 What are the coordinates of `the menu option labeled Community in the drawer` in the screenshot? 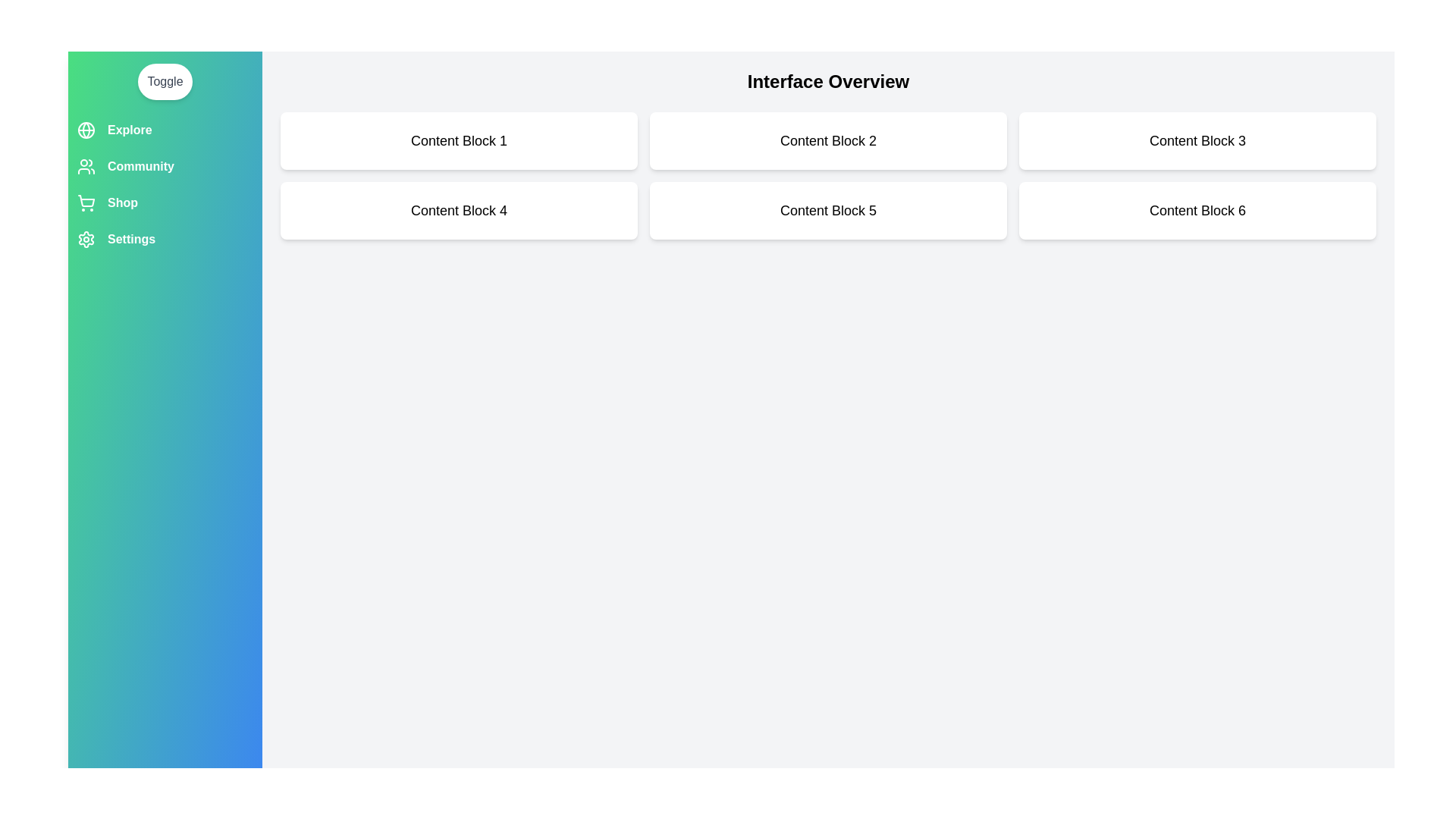 It's located at (165, 166).